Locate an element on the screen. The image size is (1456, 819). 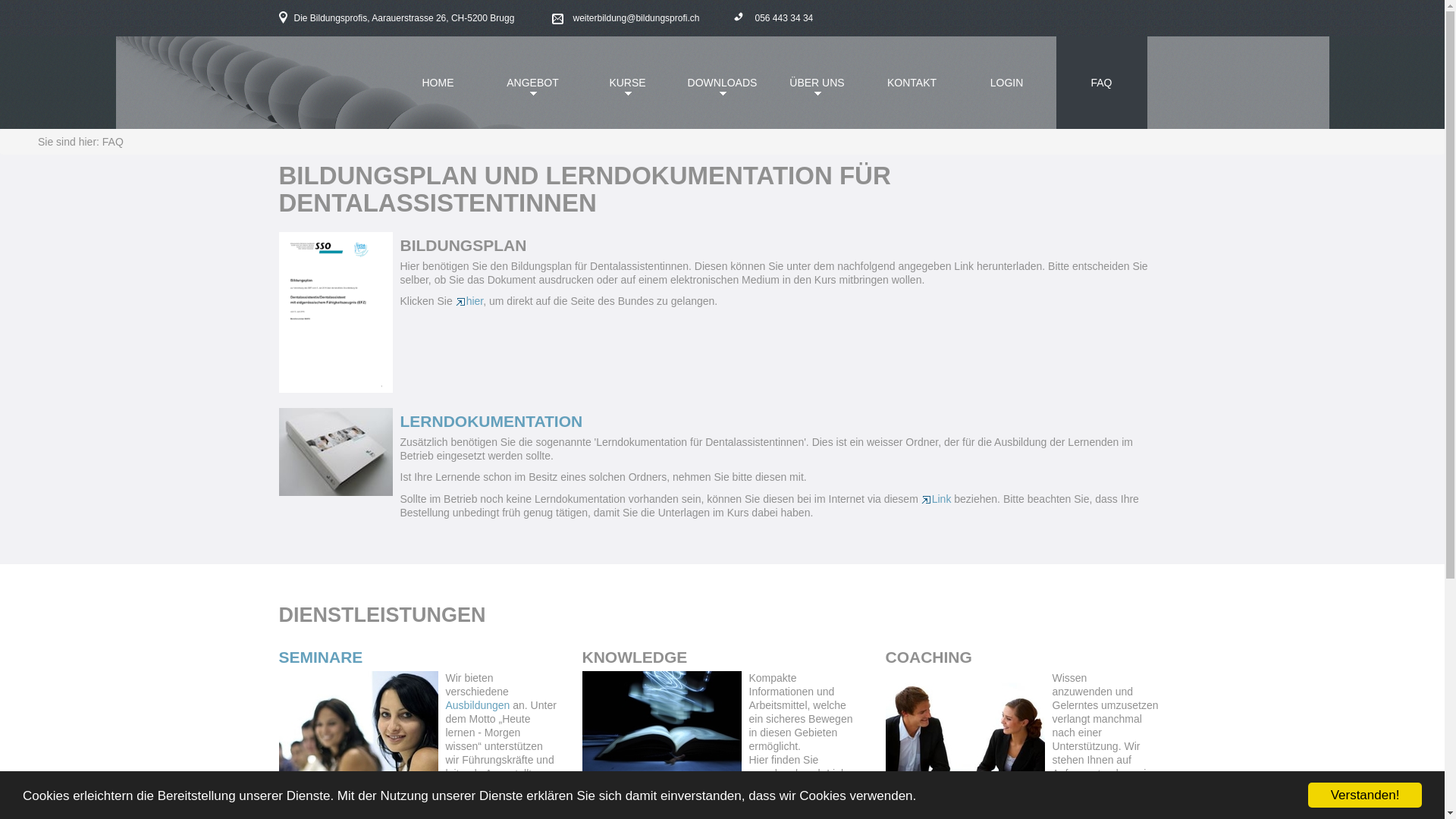
'weiterbildung@bildungsprofi.ch' is located at coordinates (551, 18).